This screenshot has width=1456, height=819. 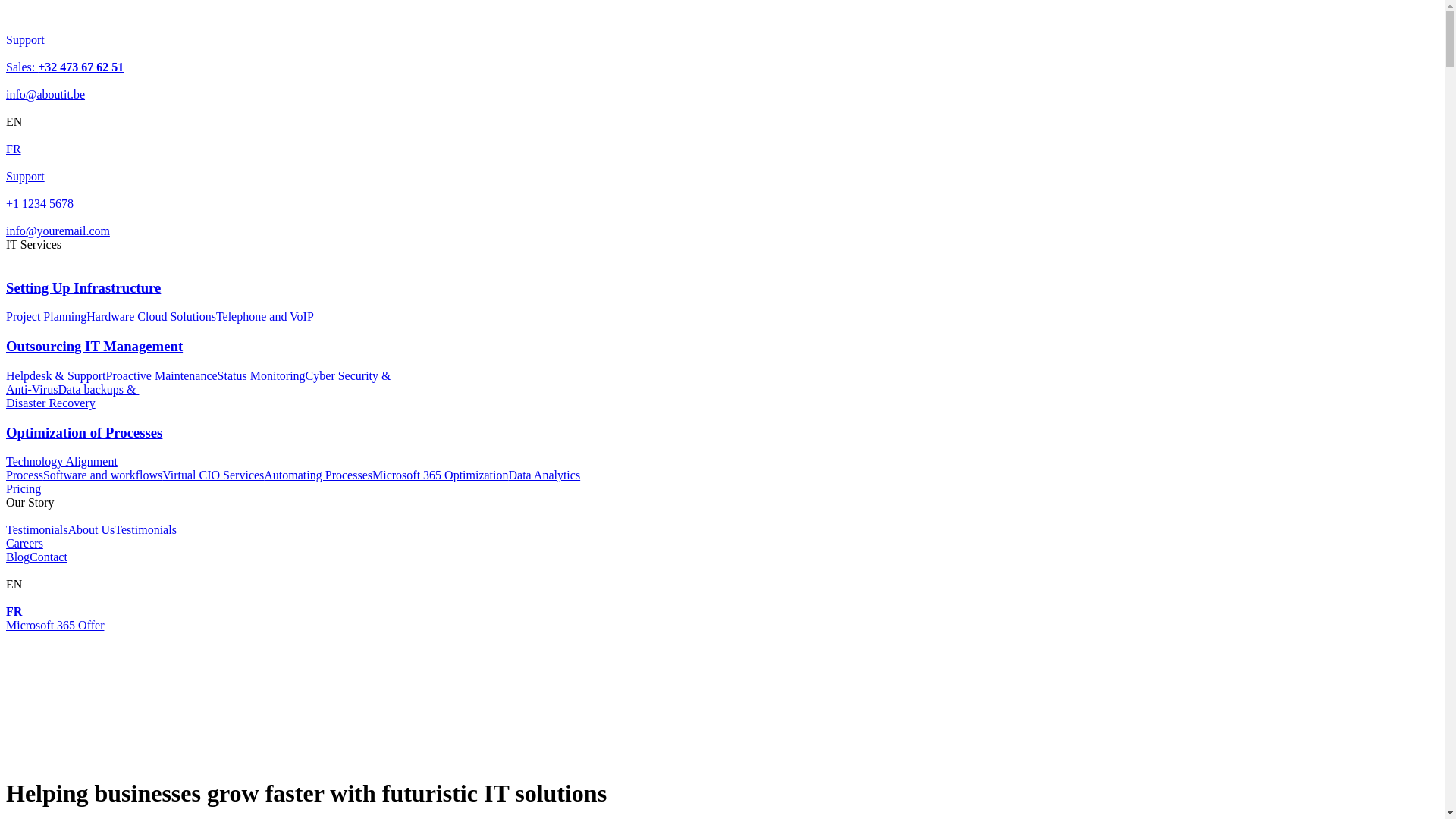 I want to click on 'Automating Processes', so click(x=317, y=474).